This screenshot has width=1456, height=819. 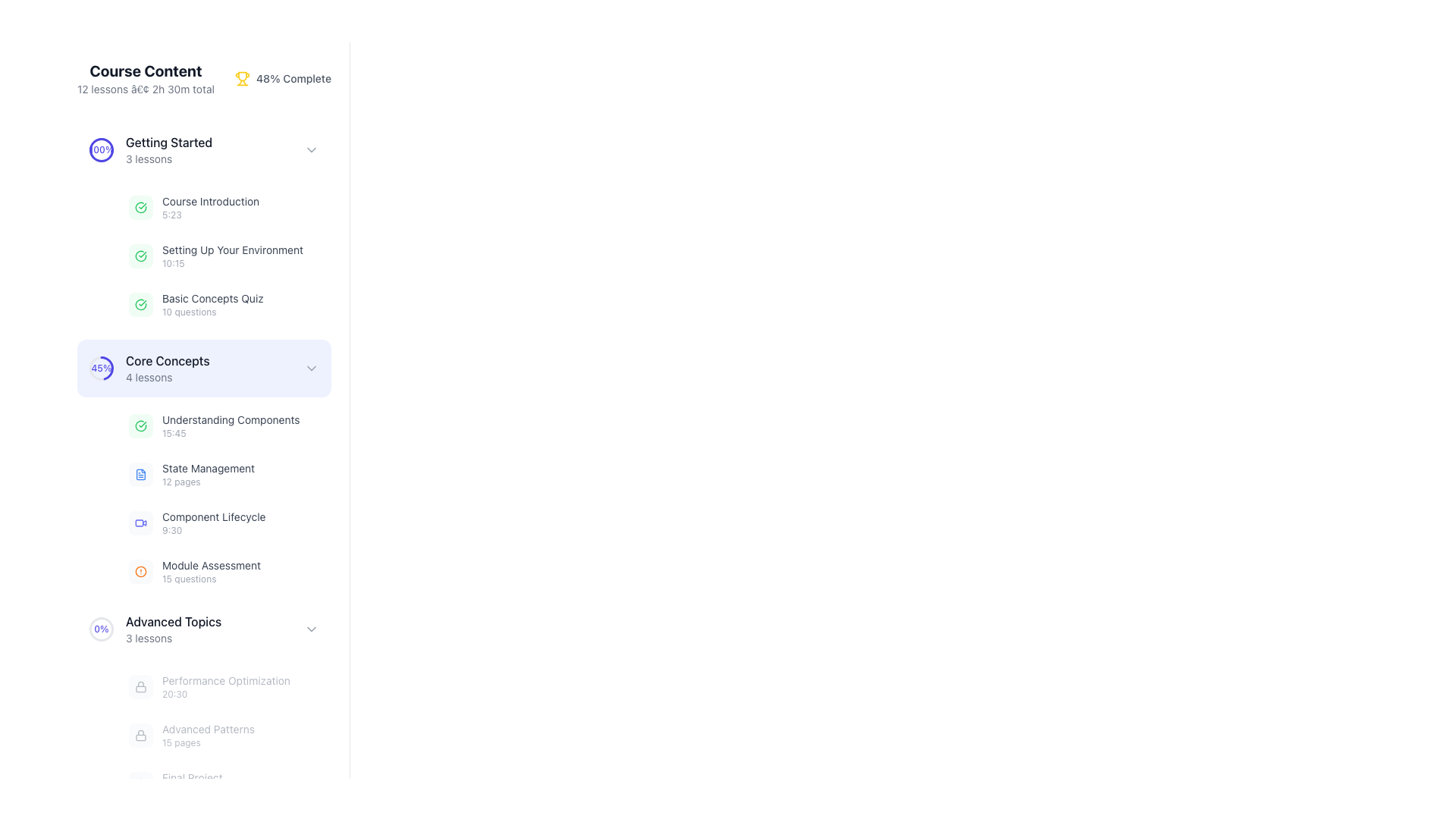 I want to click on the third entry under the 'Getting Started' section of the learning material quiz, so click(x=224, y=304).